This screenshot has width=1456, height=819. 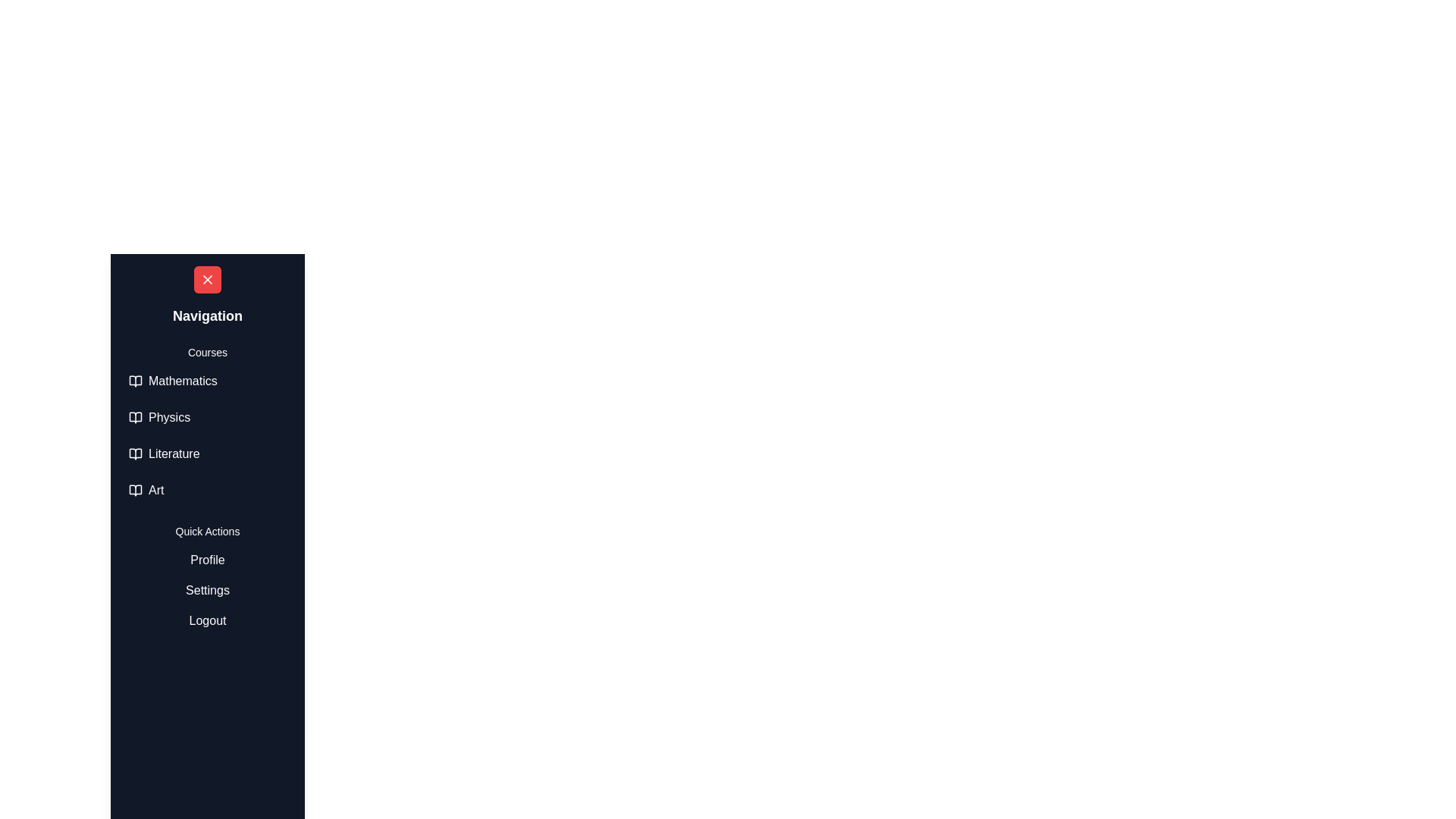 What do you see at coordinates (206, 590) in the screenshot?
I see `the 'Settings' text button in the 'Quick Actions' section of the sidebar` at bounding box center [206, 590].